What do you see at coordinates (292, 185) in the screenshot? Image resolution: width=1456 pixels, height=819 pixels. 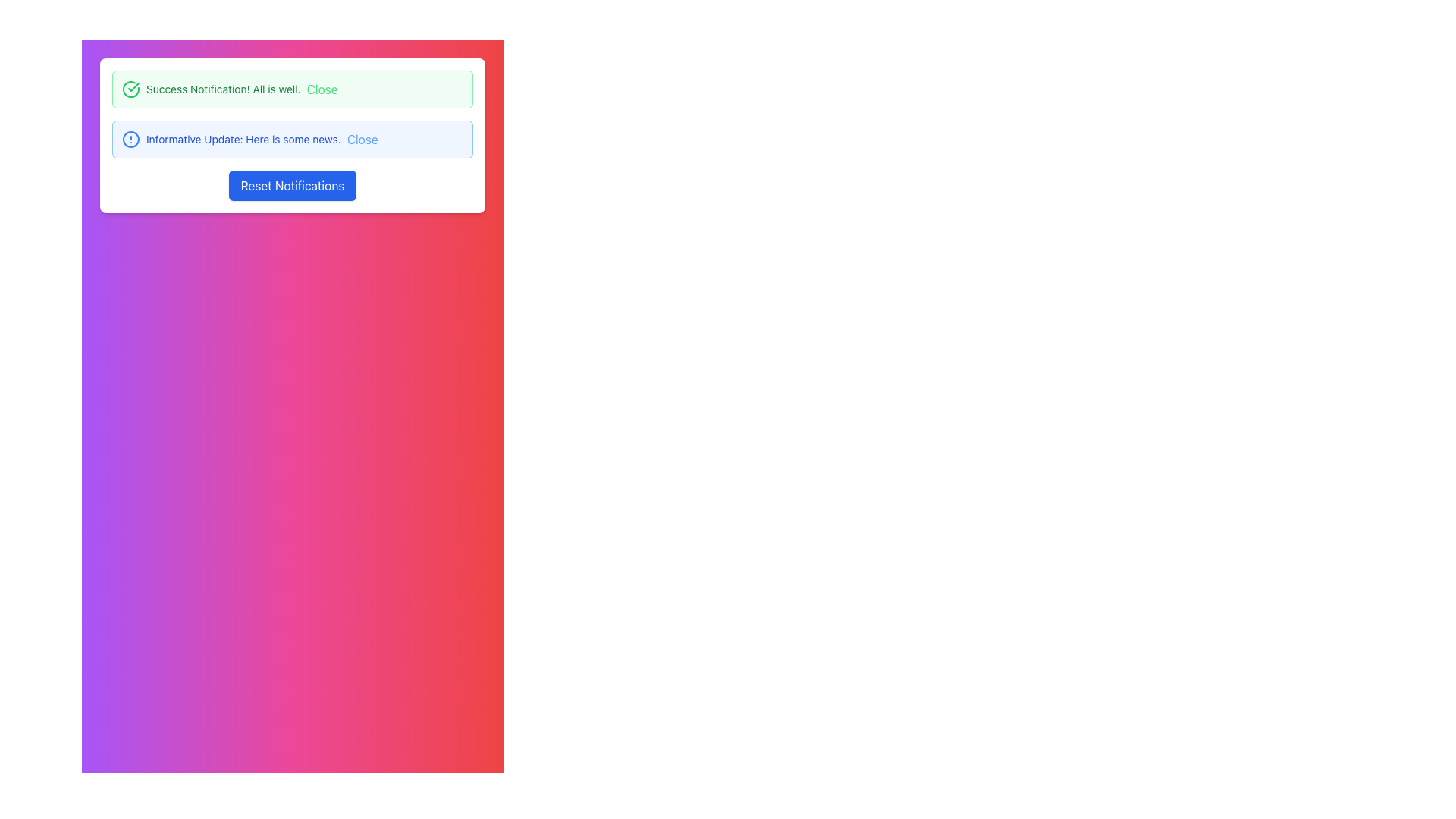 I see `the rectangular button with a blue background and white text labeled 'Reset Notifications' located at the bottom of the vertical layout to reset notifications` at bounding box center [292, 185].